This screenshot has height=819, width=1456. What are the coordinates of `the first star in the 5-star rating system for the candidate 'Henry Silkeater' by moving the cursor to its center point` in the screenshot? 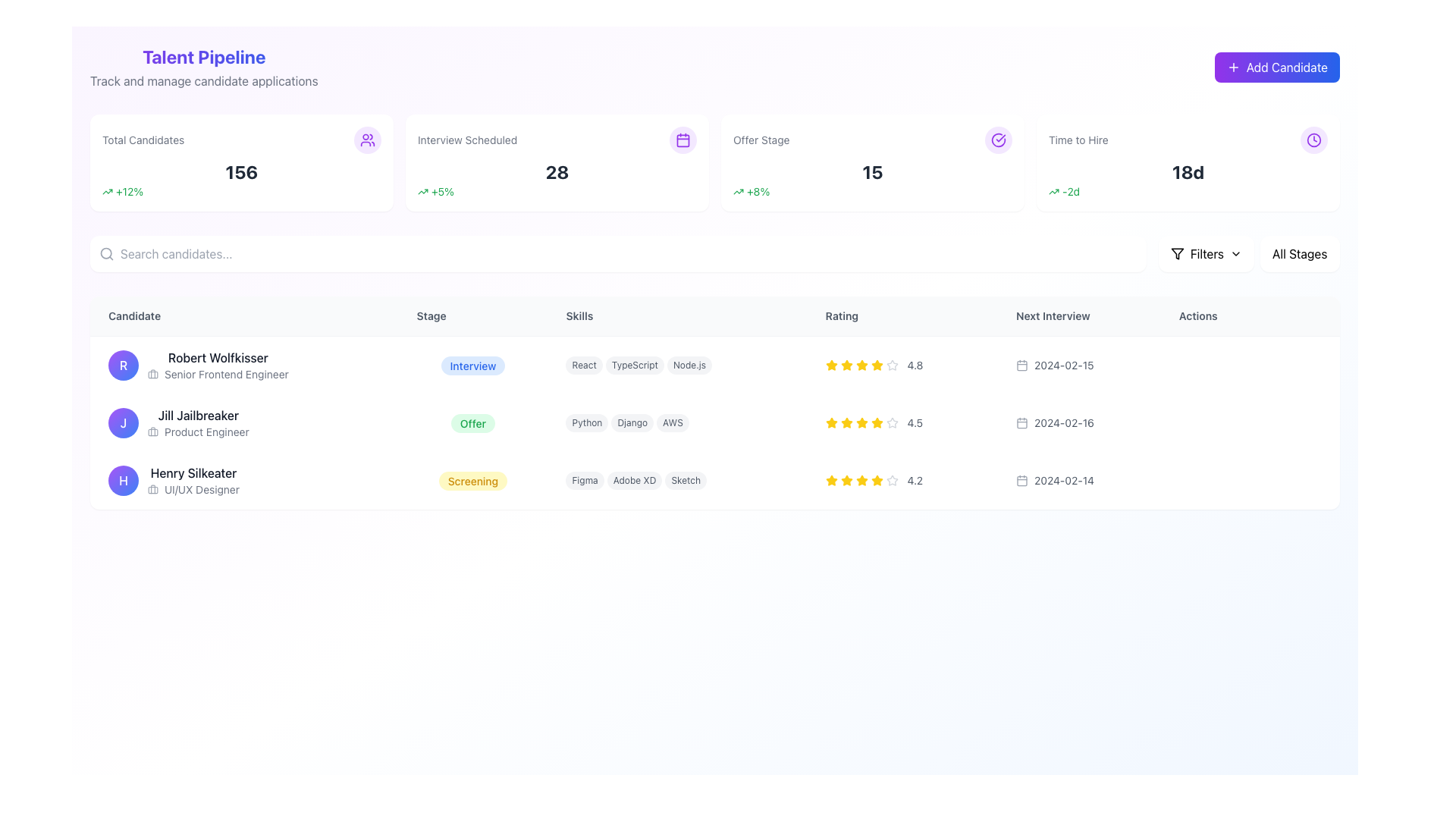 It's located at (830, 480).